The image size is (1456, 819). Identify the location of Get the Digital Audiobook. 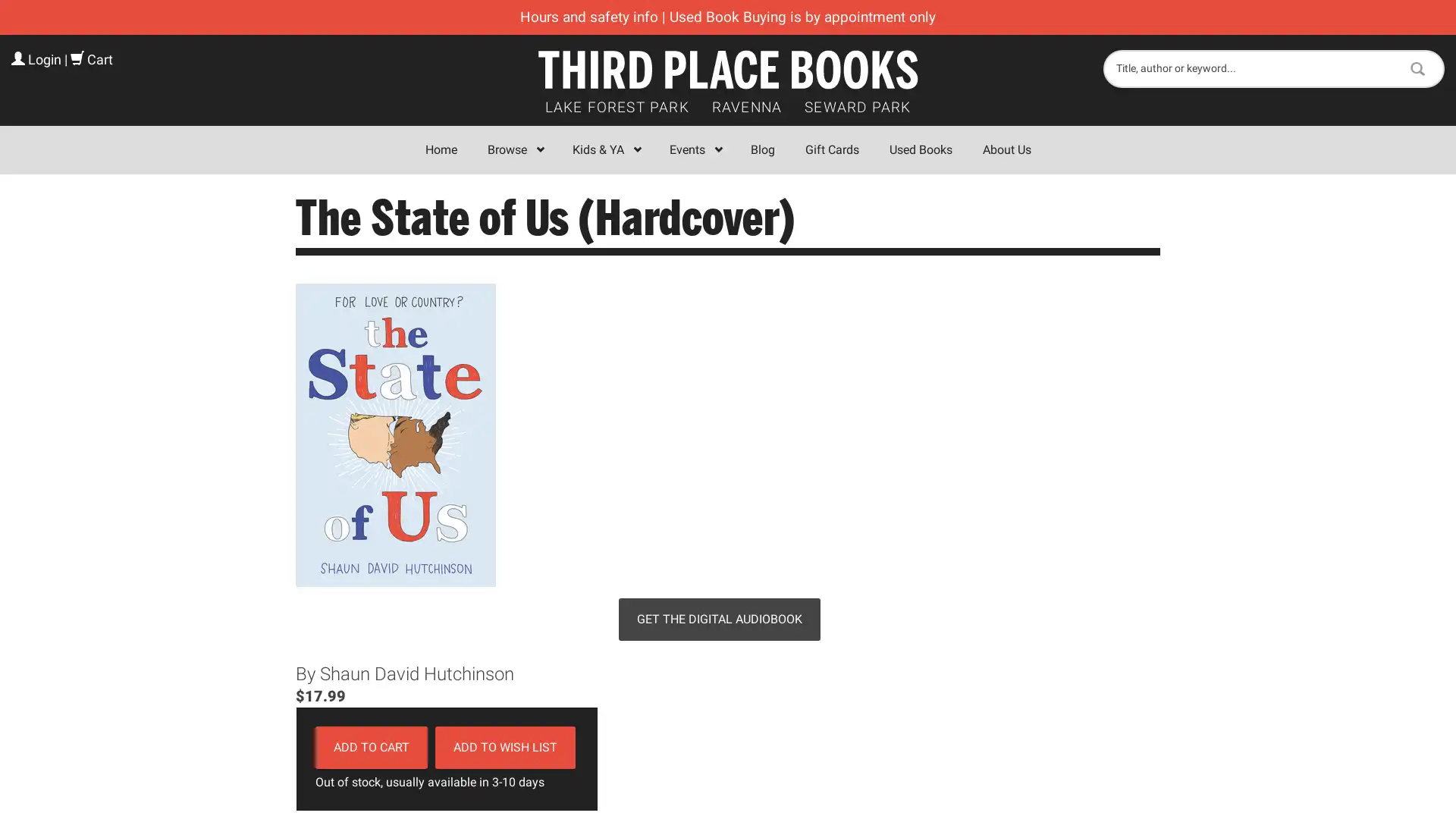
(718, 619).